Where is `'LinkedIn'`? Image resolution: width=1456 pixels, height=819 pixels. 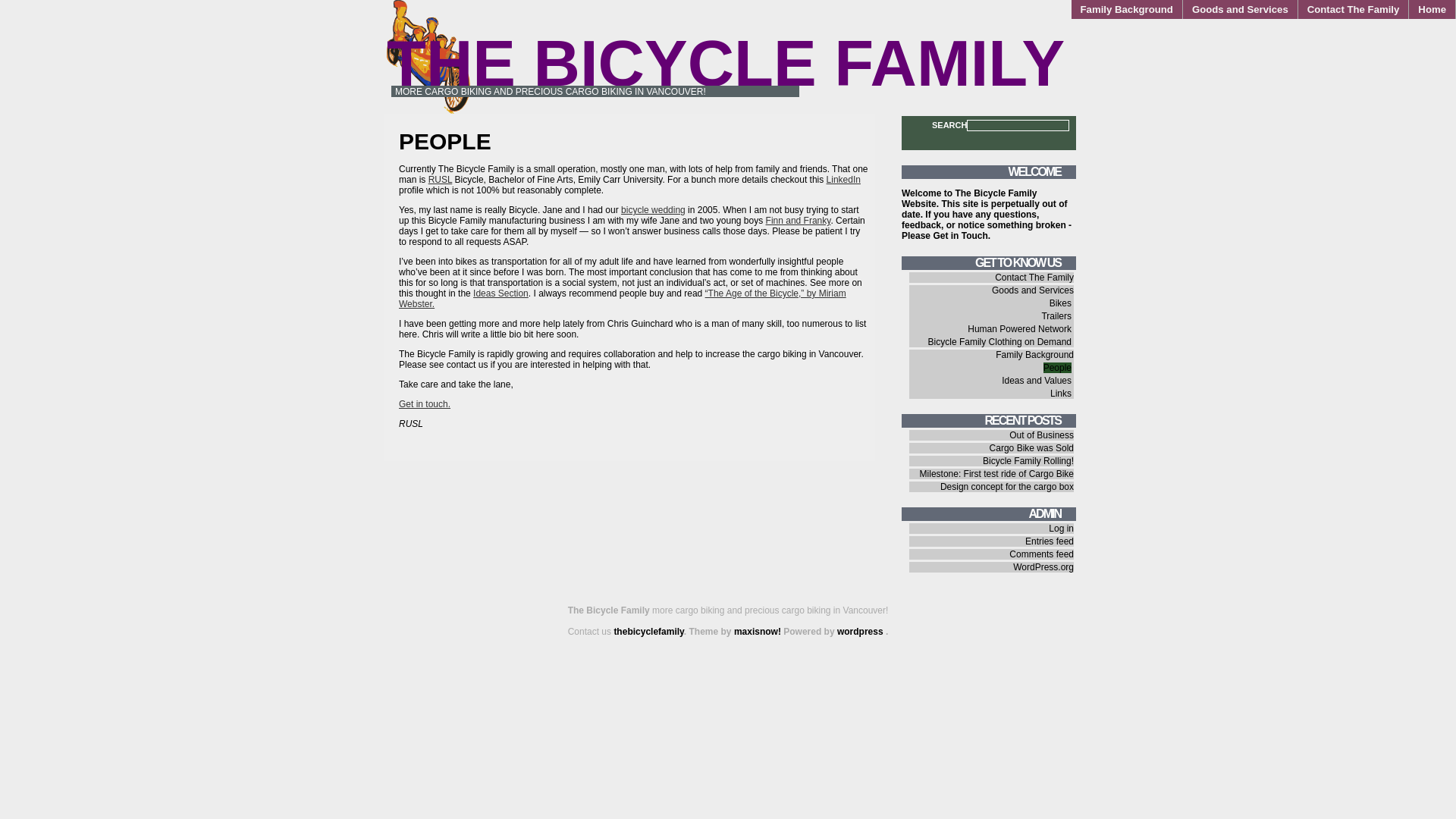
'LinkedIn' is located at coordinates (843, 178).